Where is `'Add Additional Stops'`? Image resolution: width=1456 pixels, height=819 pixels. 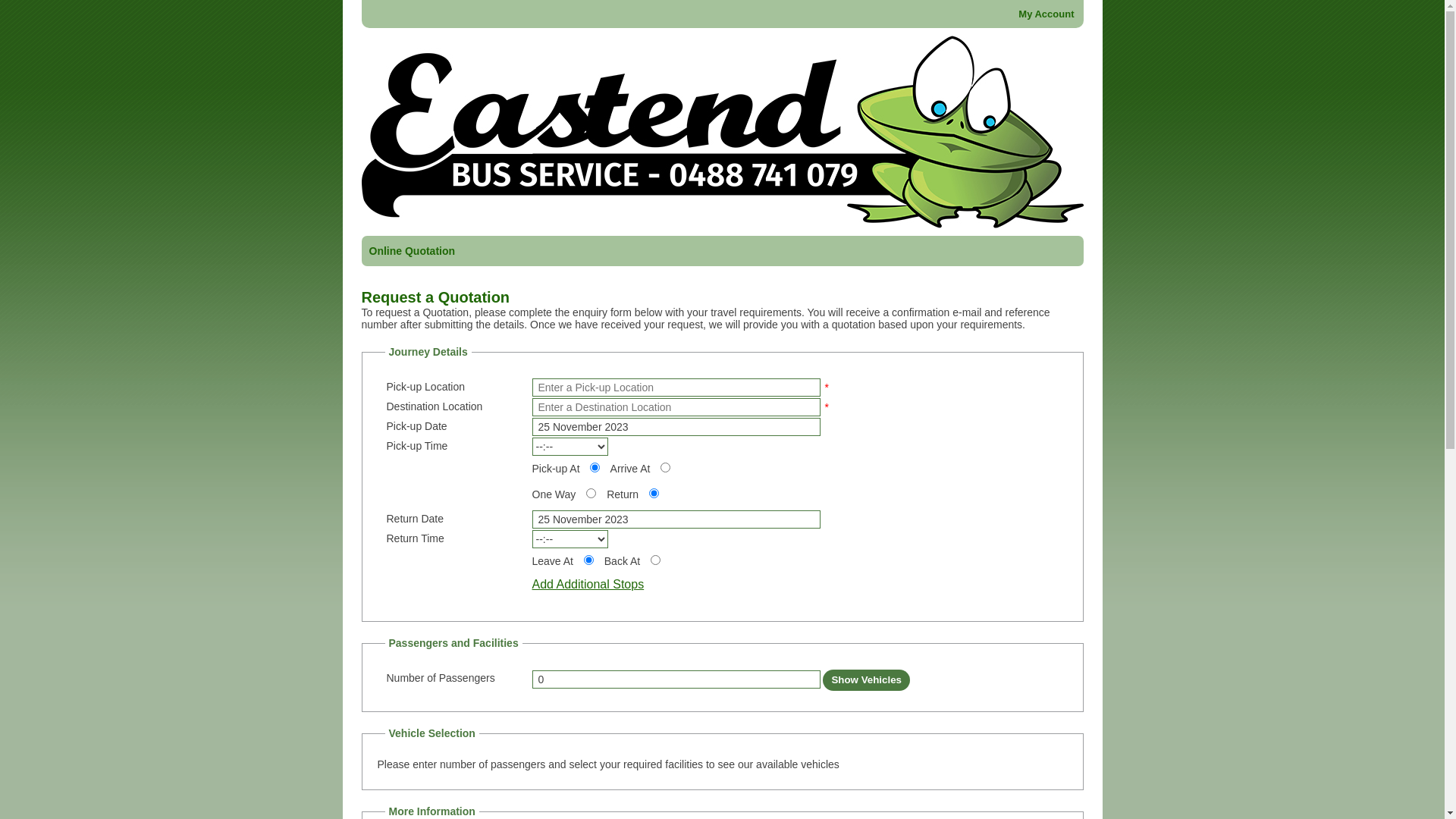
'Add Additional Stops' is located at coordinates (588, 583).